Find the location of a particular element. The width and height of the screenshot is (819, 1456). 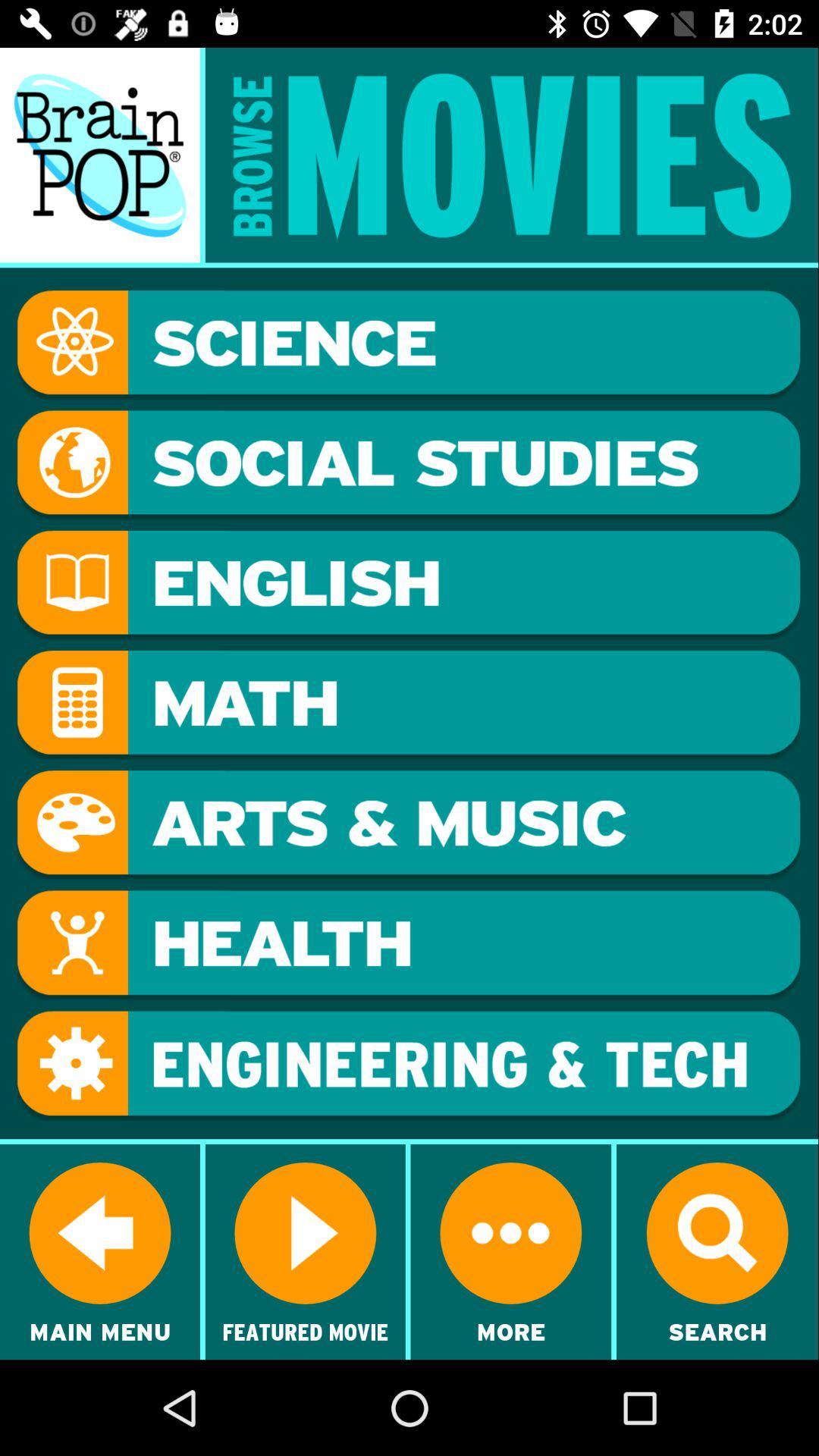

english is located at coordinates (408, 584).